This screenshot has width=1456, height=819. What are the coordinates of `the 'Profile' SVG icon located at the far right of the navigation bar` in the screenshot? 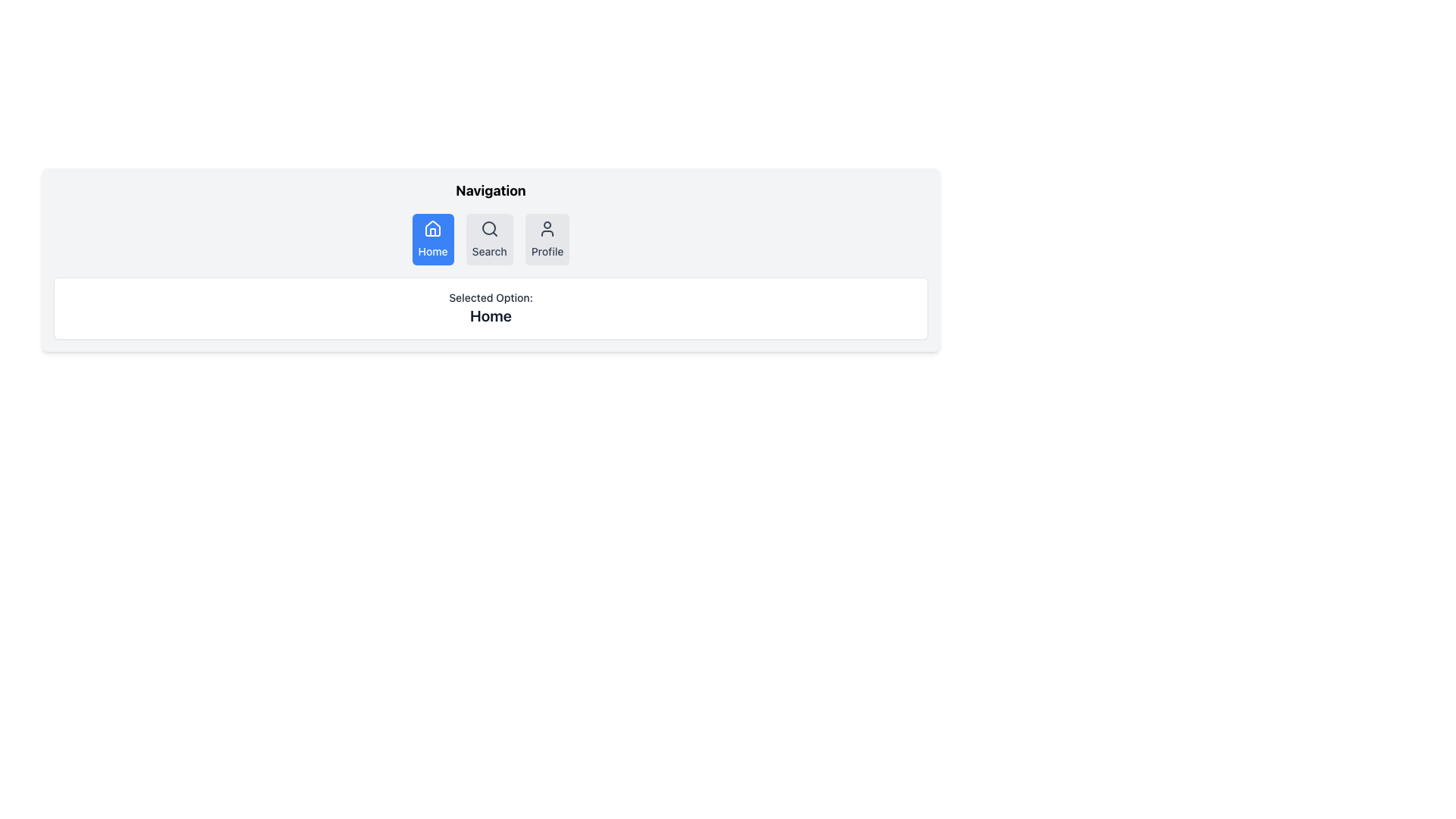 It's located at (546, 228).